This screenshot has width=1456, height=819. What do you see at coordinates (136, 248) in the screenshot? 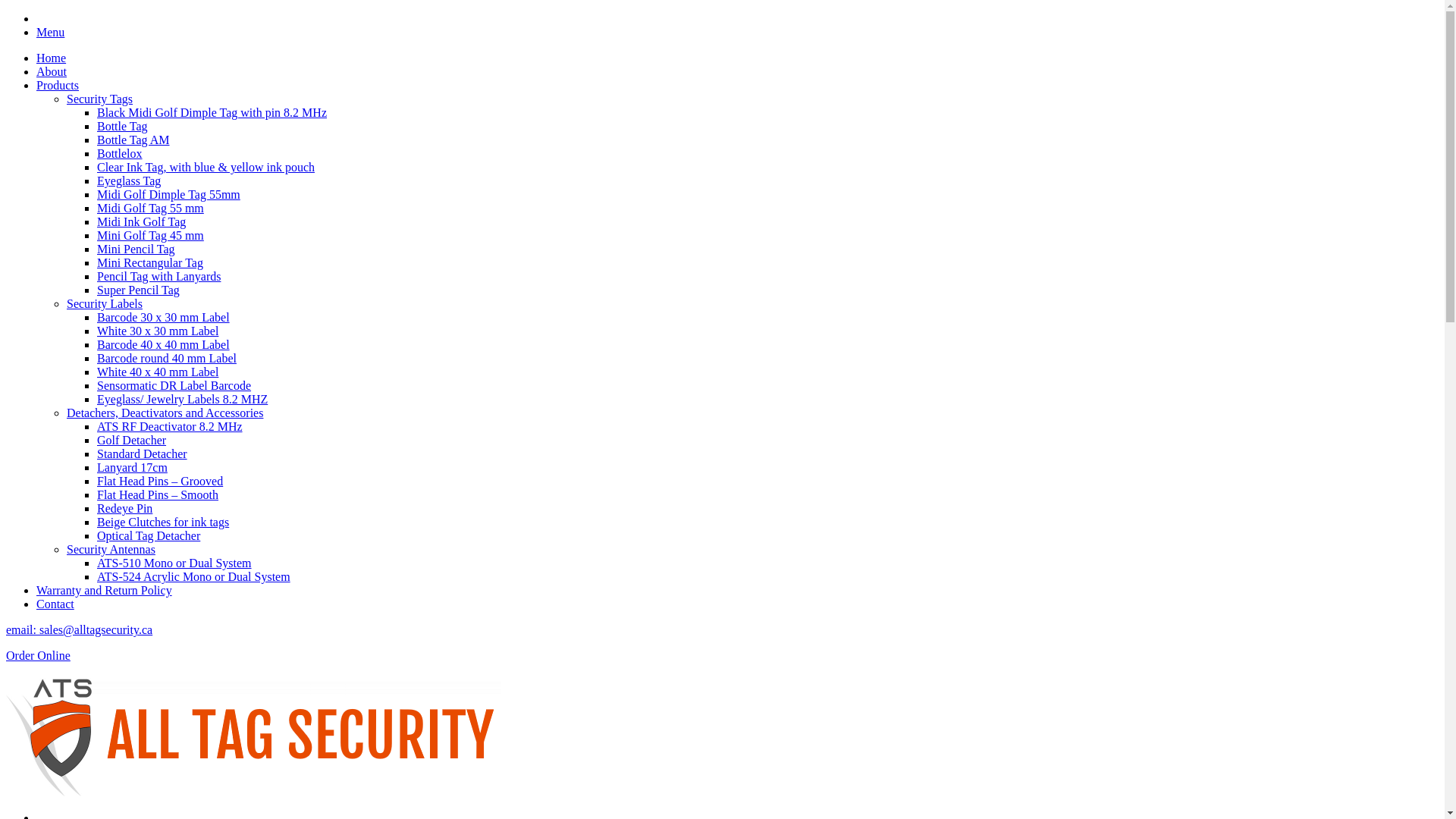
I see `'Mini Pencil Tag'` at bounding box center [136, 248].